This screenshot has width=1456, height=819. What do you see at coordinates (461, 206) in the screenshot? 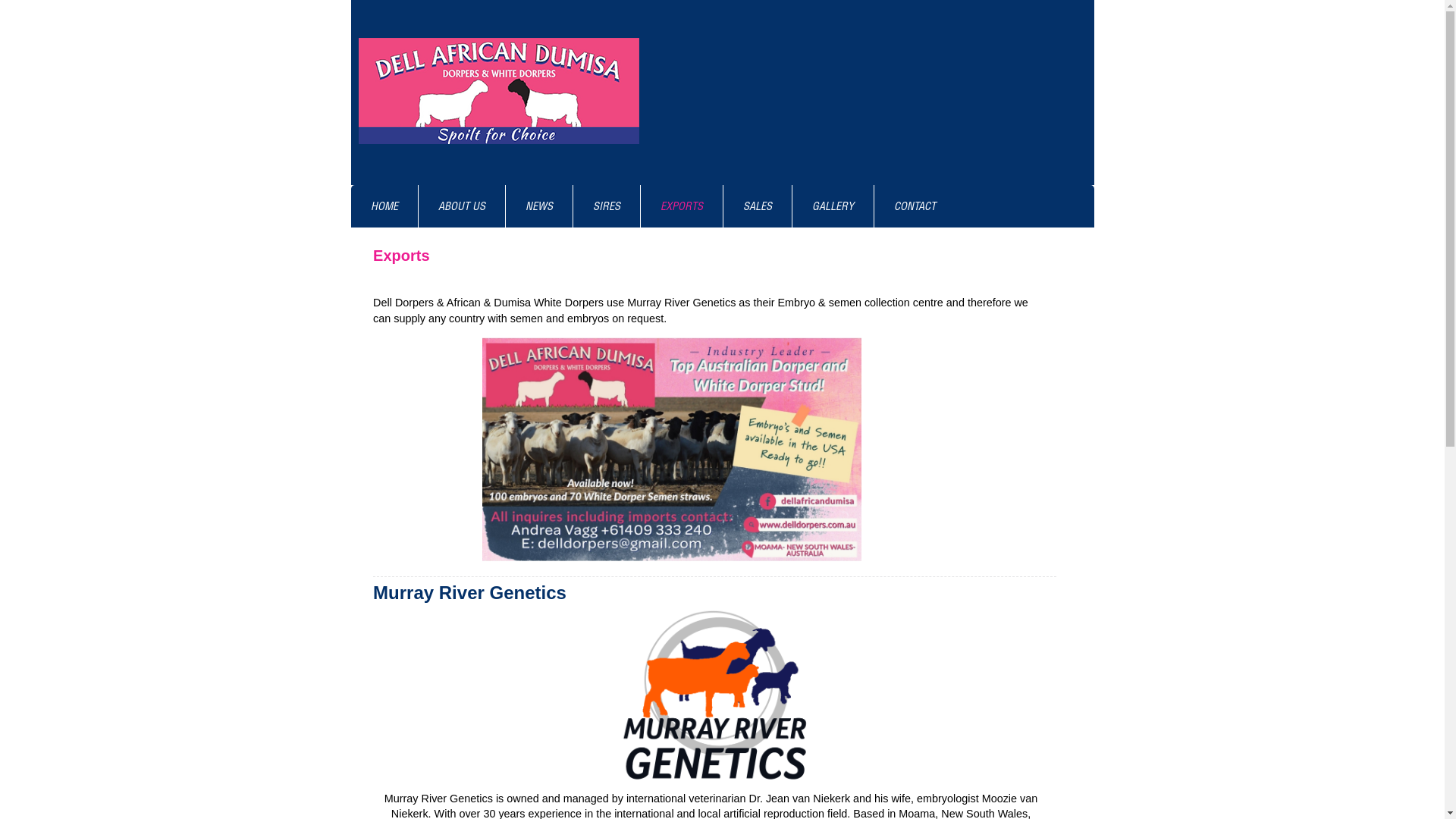
I see `'ABOUT US'` at bounding box center [461, 206].